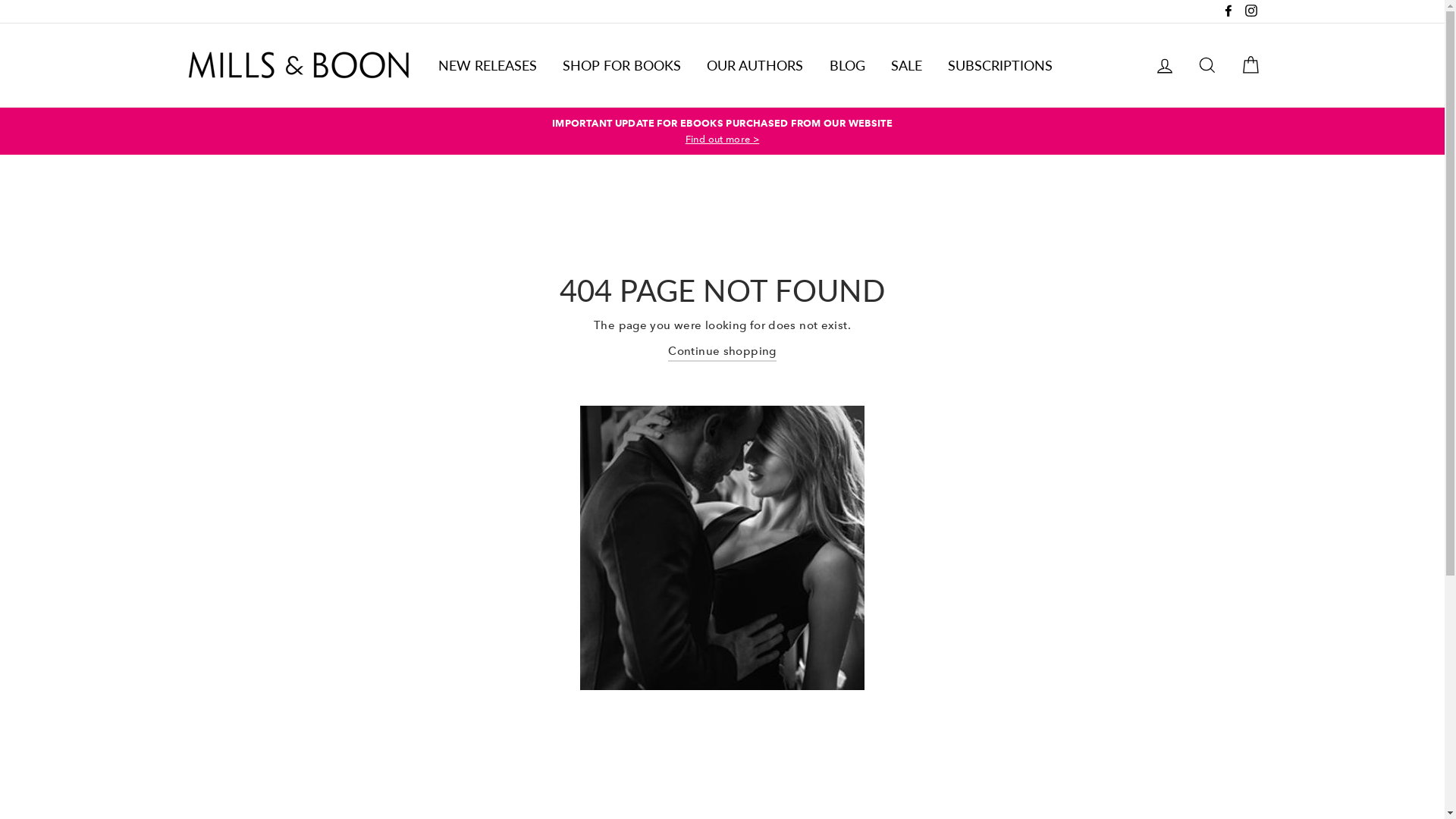 This screenshot has width=1456, height=819. Describe the element at coordinates (1207, 64) in the screenshot. I see `'SEARCH'` at that location.